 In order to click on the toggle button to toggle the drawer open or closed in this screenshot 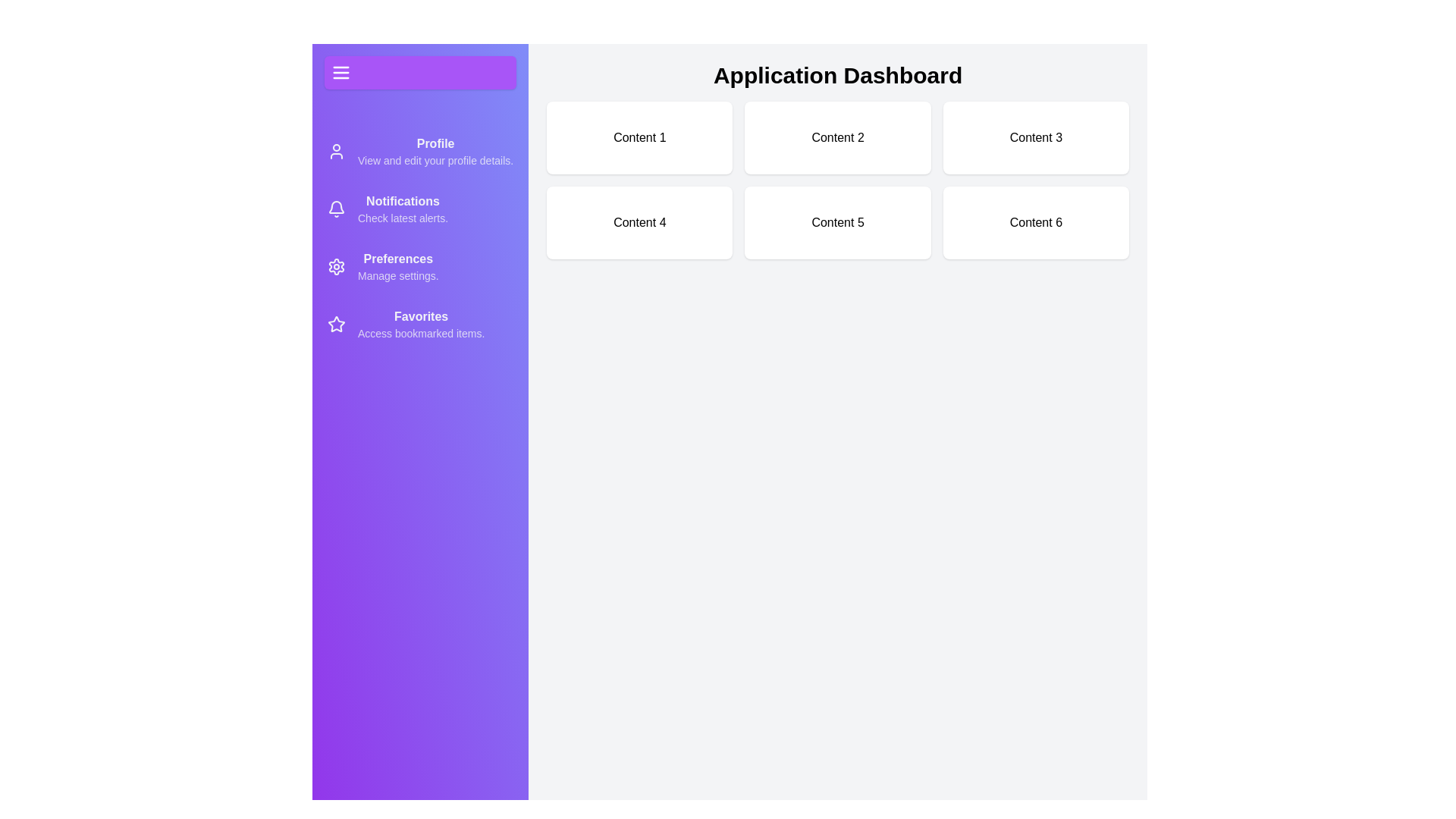, I will do `click(419, 73)`.